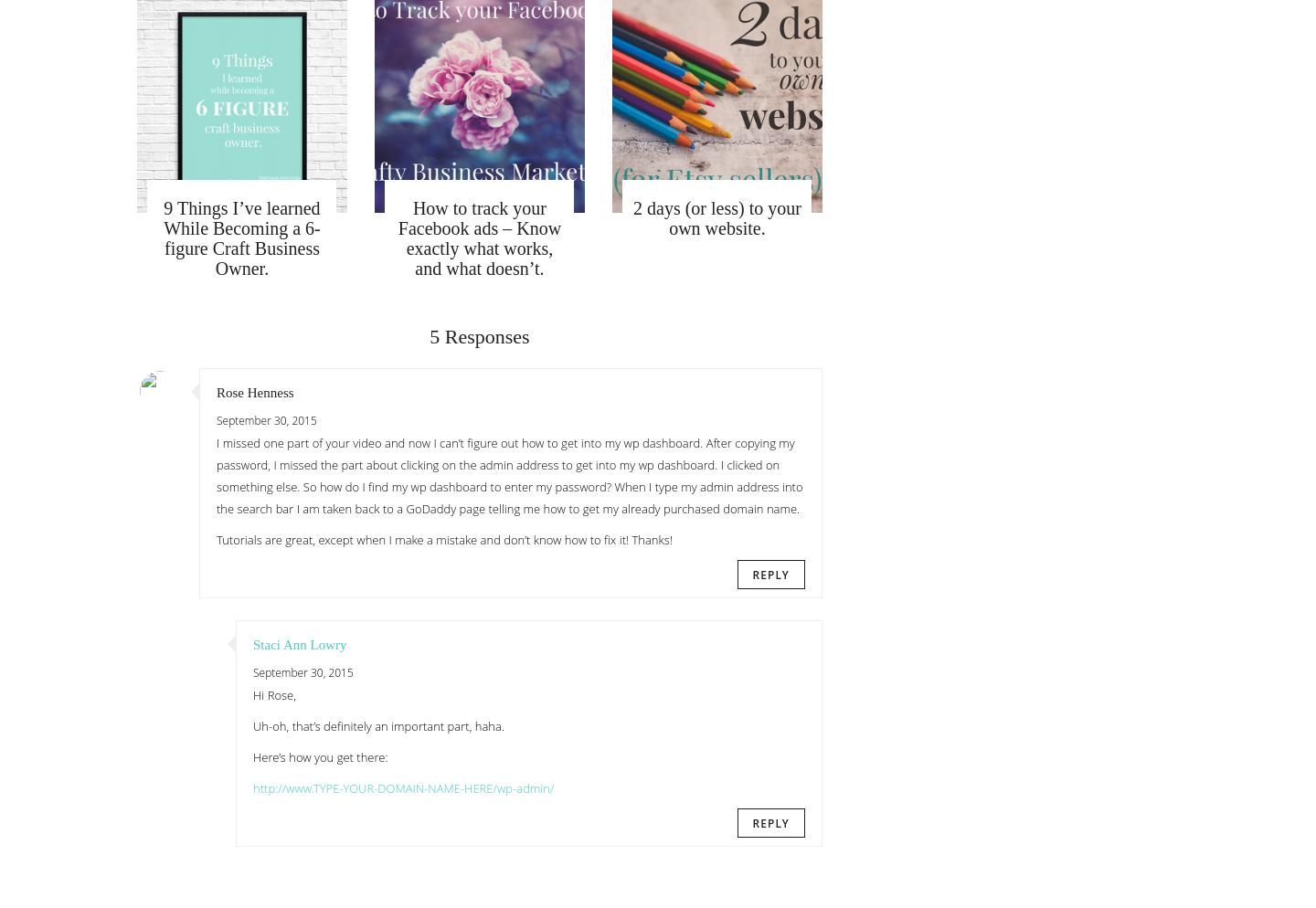 The height and width of the screenshot is (908, 1316). I want to click on '2 days (or less) to your own website.', so click(716, 217).